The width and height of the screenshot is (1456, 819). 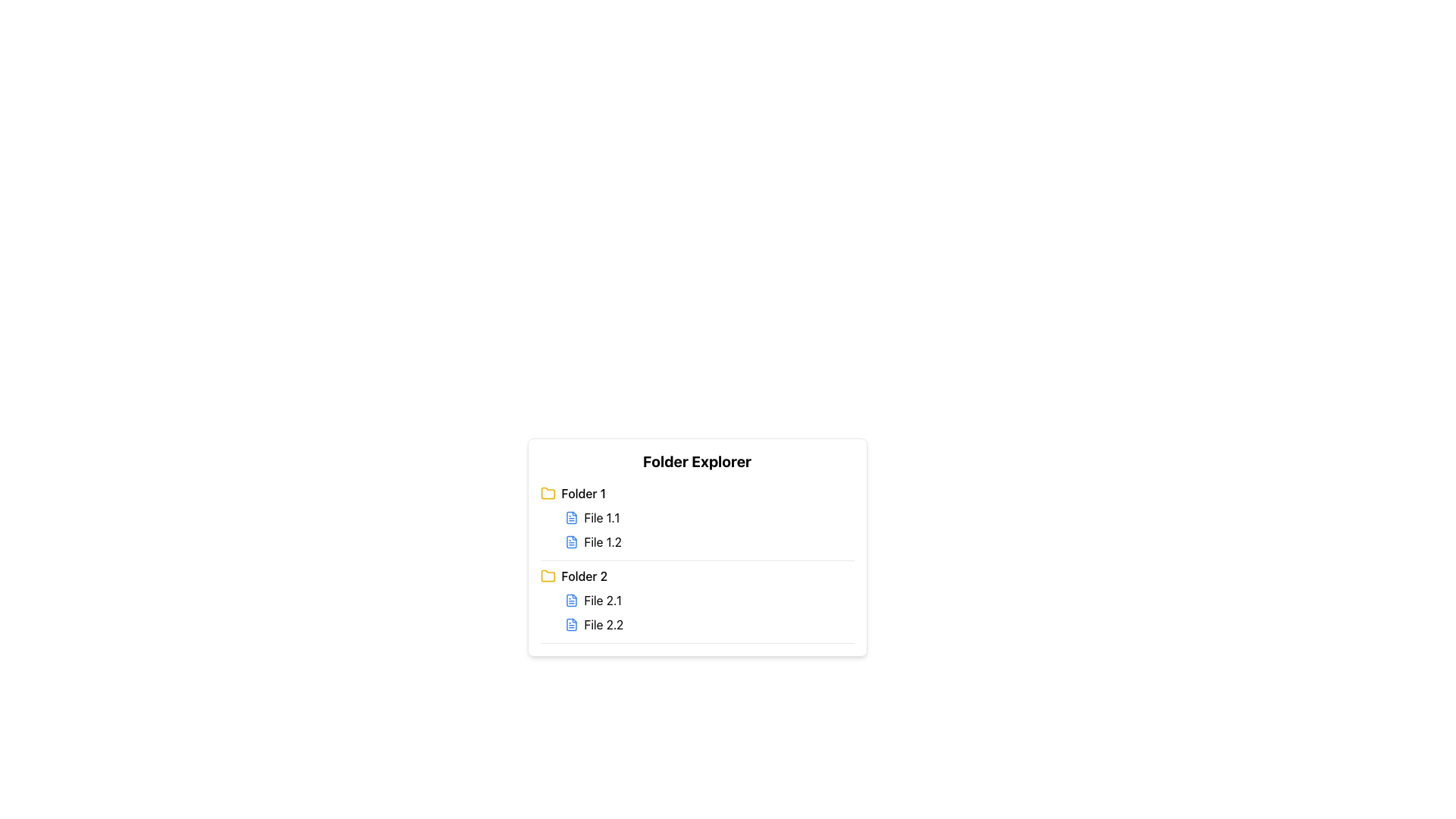 What do you see at coordinates (708, 625) in the screenshot?
I see `the labeled file icon representing 'File 2.2'` at bounding box center [708, 625].